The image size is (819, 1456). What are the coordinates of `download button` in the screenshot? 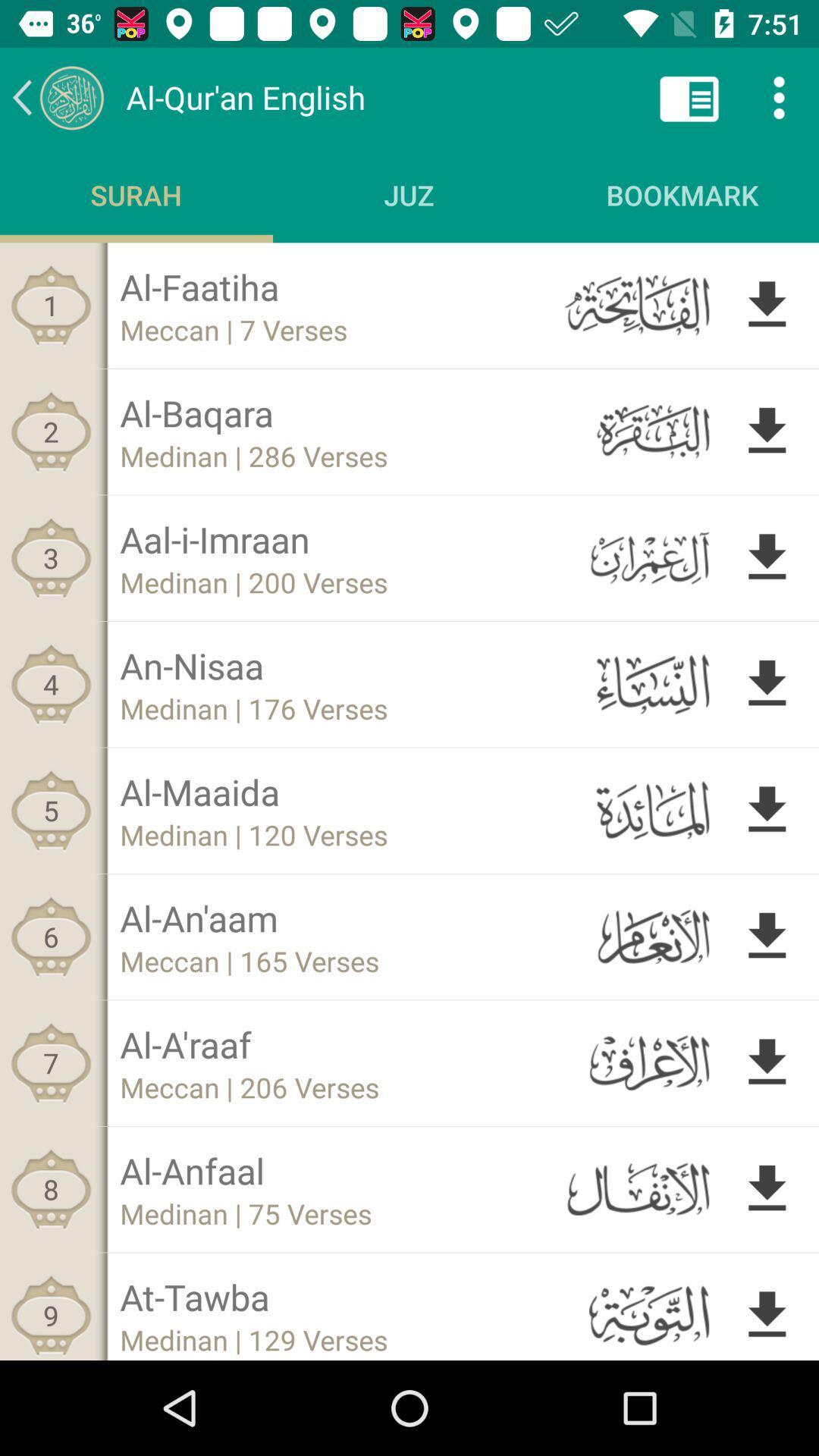 It's located at (767, 683).